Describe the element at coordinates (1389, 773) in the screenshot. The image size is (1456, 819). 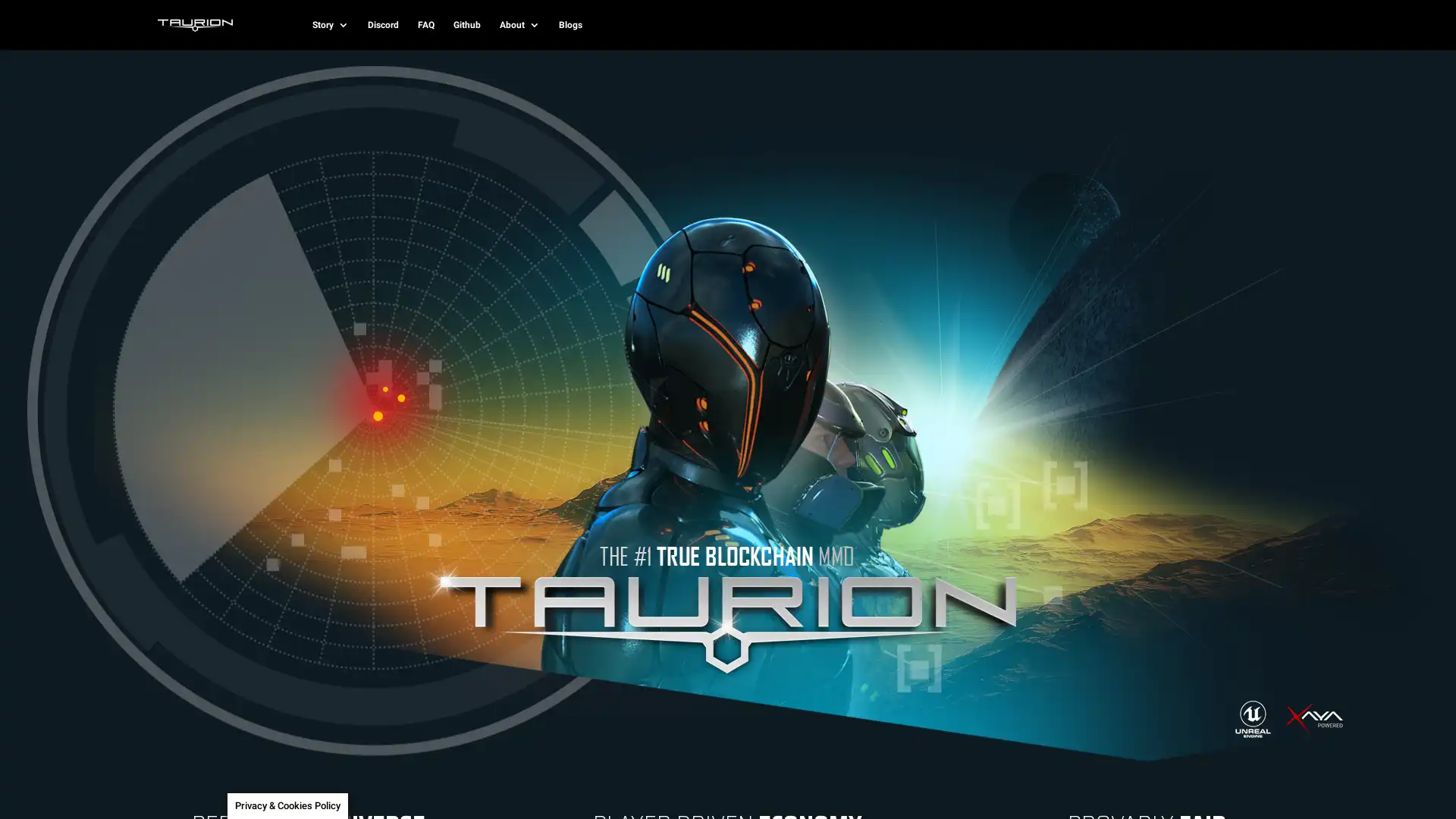
I see `SUBSCRIBE!` at that location.